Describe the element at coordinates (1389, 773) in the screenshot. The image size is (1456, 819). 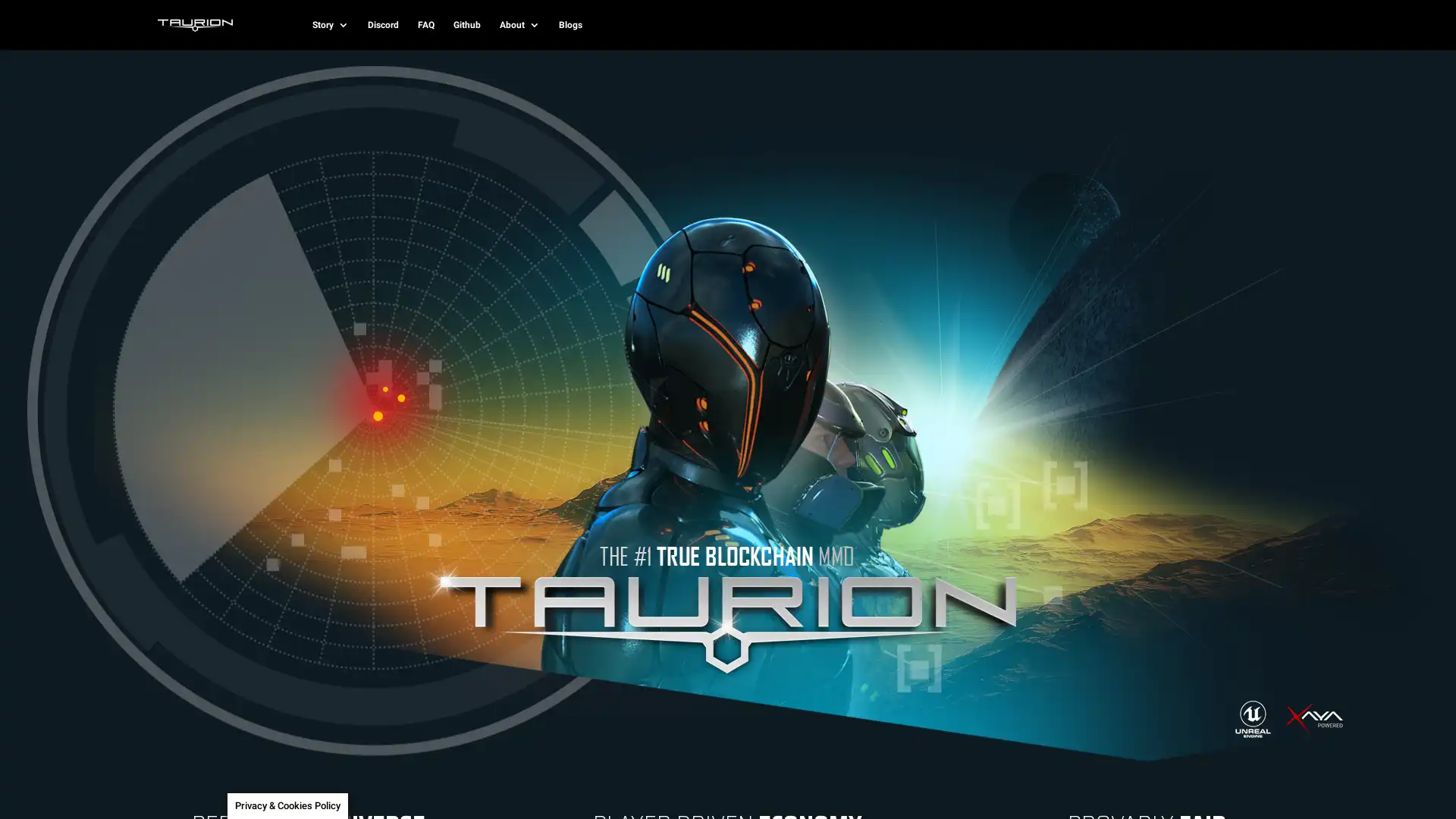
I see `SUBSCRIBE!` at that location.